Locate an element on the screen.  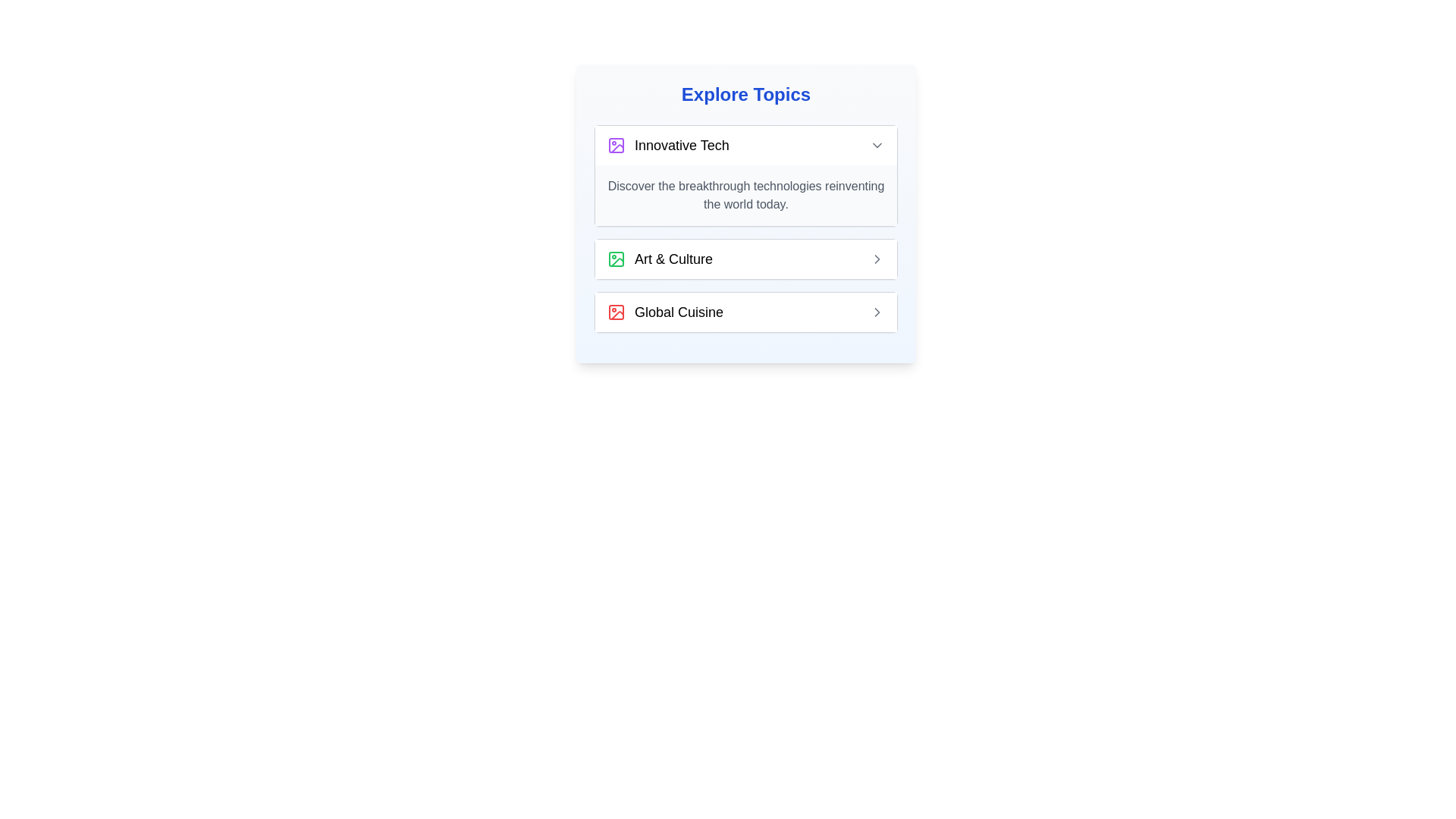
the purple icon resembling an image outline, which is the first element in the row with the text 'Innovative Tech', located to the left of this text is located at coordinates (616, 146).